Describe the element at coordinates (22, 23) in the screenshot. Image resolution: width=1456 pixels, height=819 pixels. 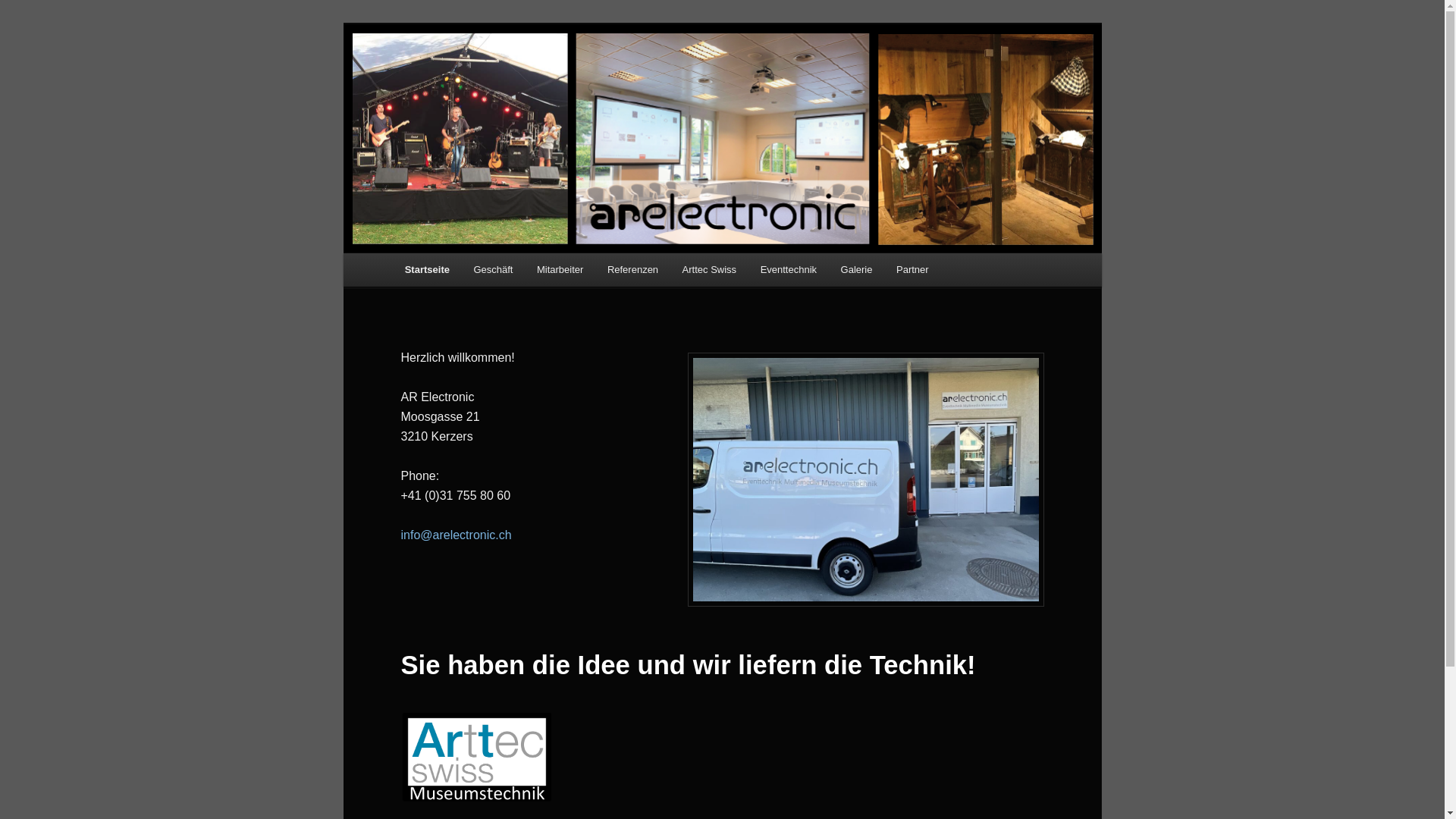
I see `'Zum Inhalt wechseln'` at that location.